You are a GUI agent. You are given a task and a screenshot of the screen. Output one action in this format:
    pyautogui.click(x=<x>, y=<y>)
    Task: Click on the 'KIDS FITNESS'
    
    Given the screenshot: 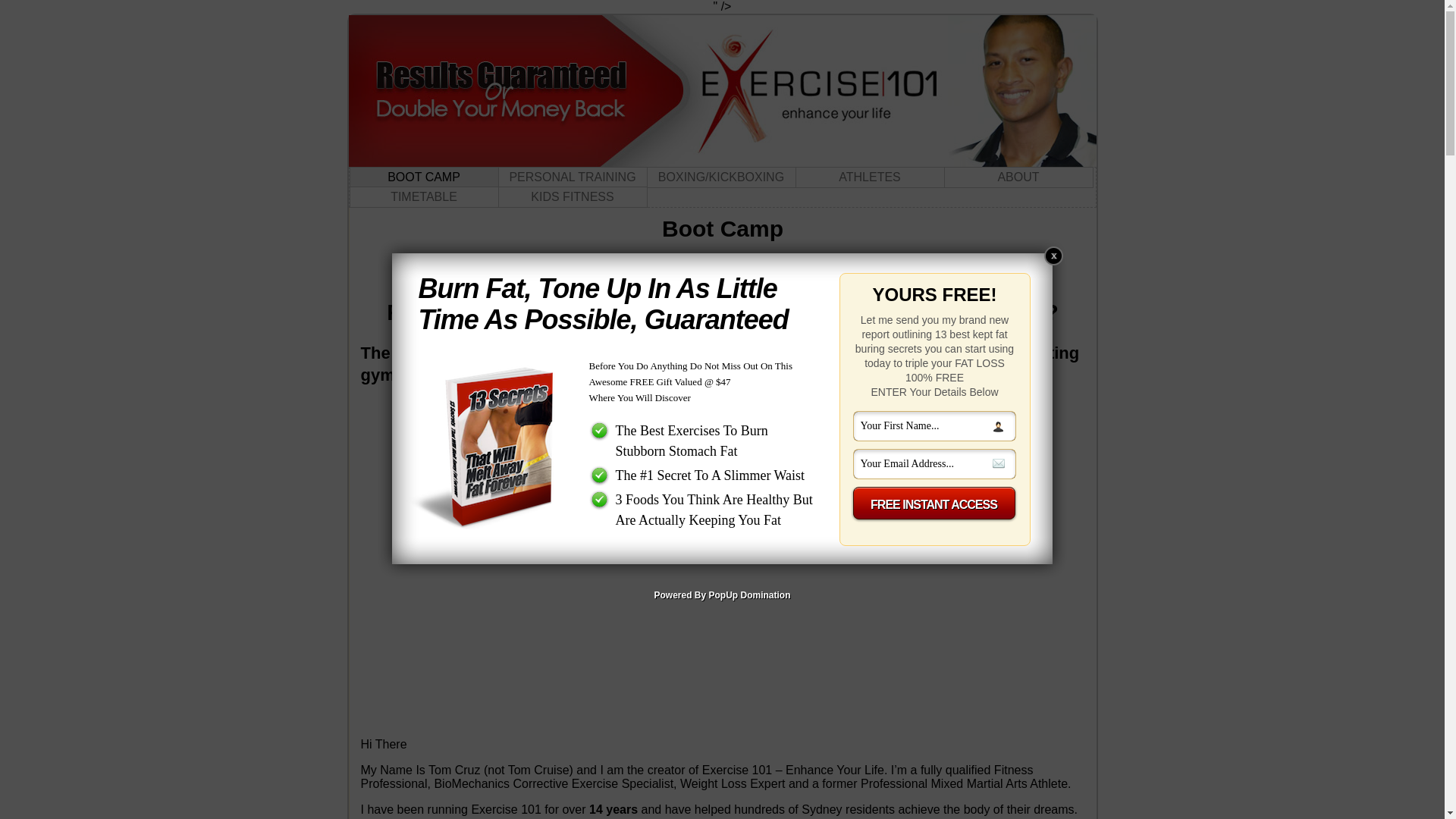 What is the action you would take?
    pyautogui.click(x=571, y=196)
    